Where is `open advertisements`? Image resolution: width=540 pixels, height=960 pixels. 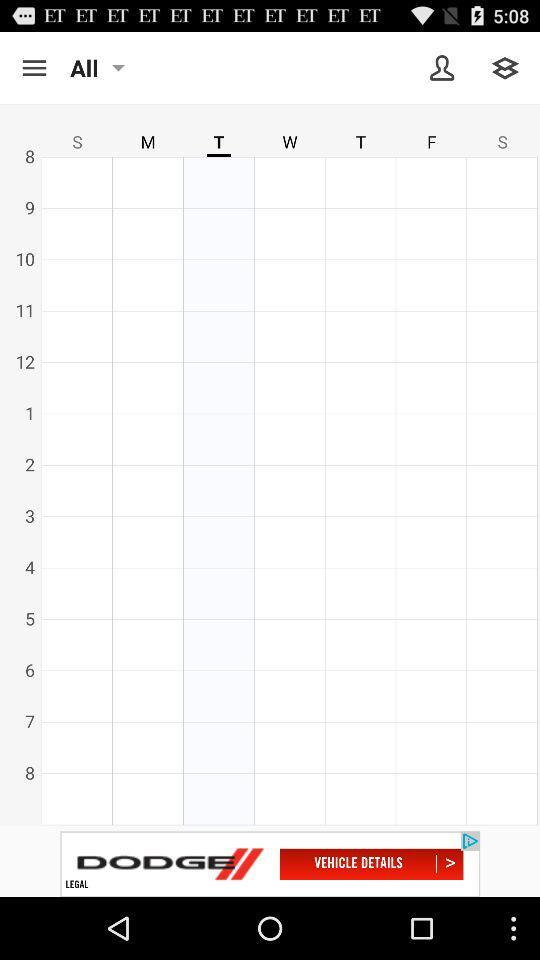
open advertisements is located at coordinates (270, 863).